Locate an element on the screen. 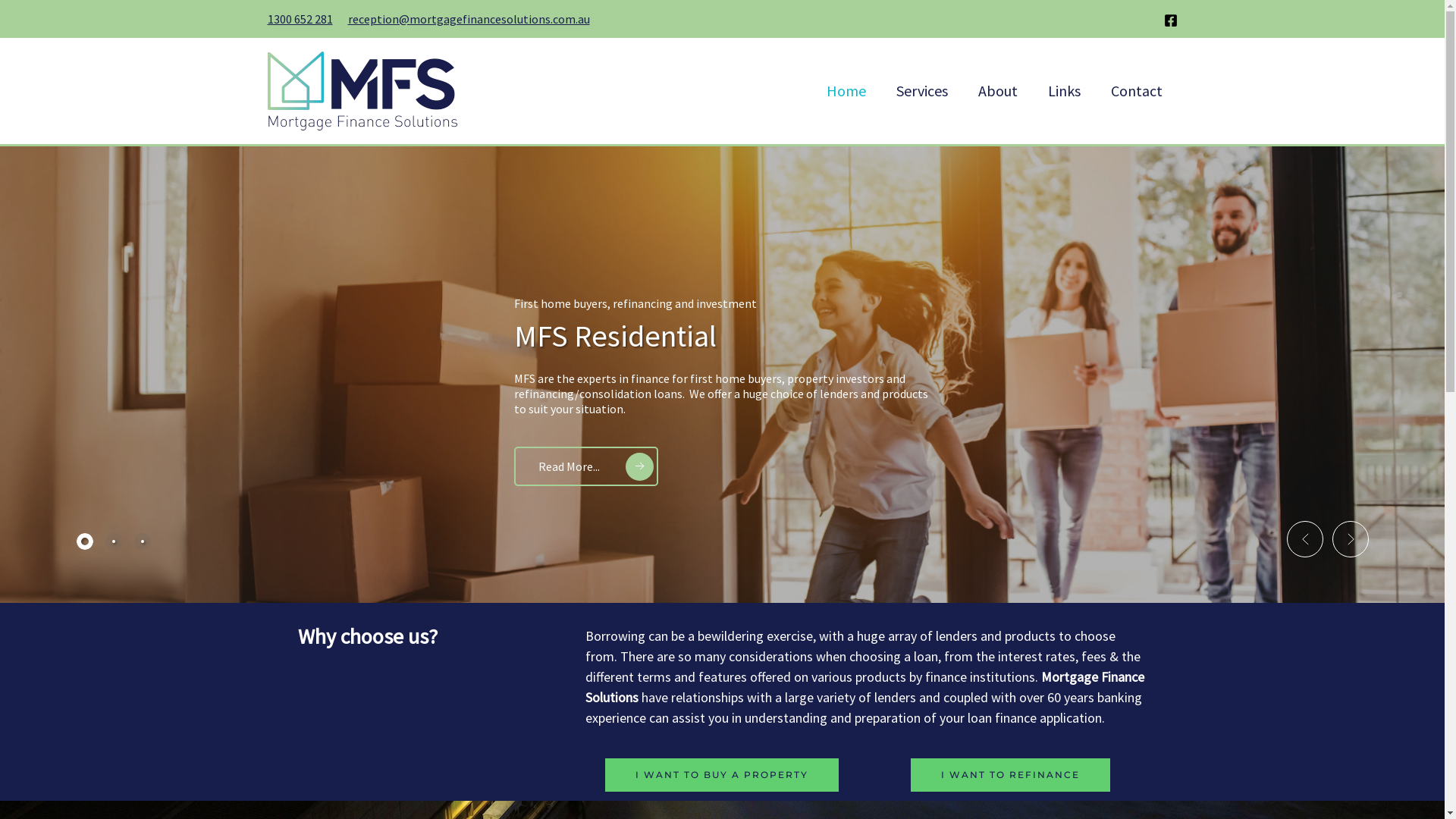 The width and height of the screenshot is (1456, 819). 'I WANT TO REFINANCE' is located at coordinates (1010, 775).